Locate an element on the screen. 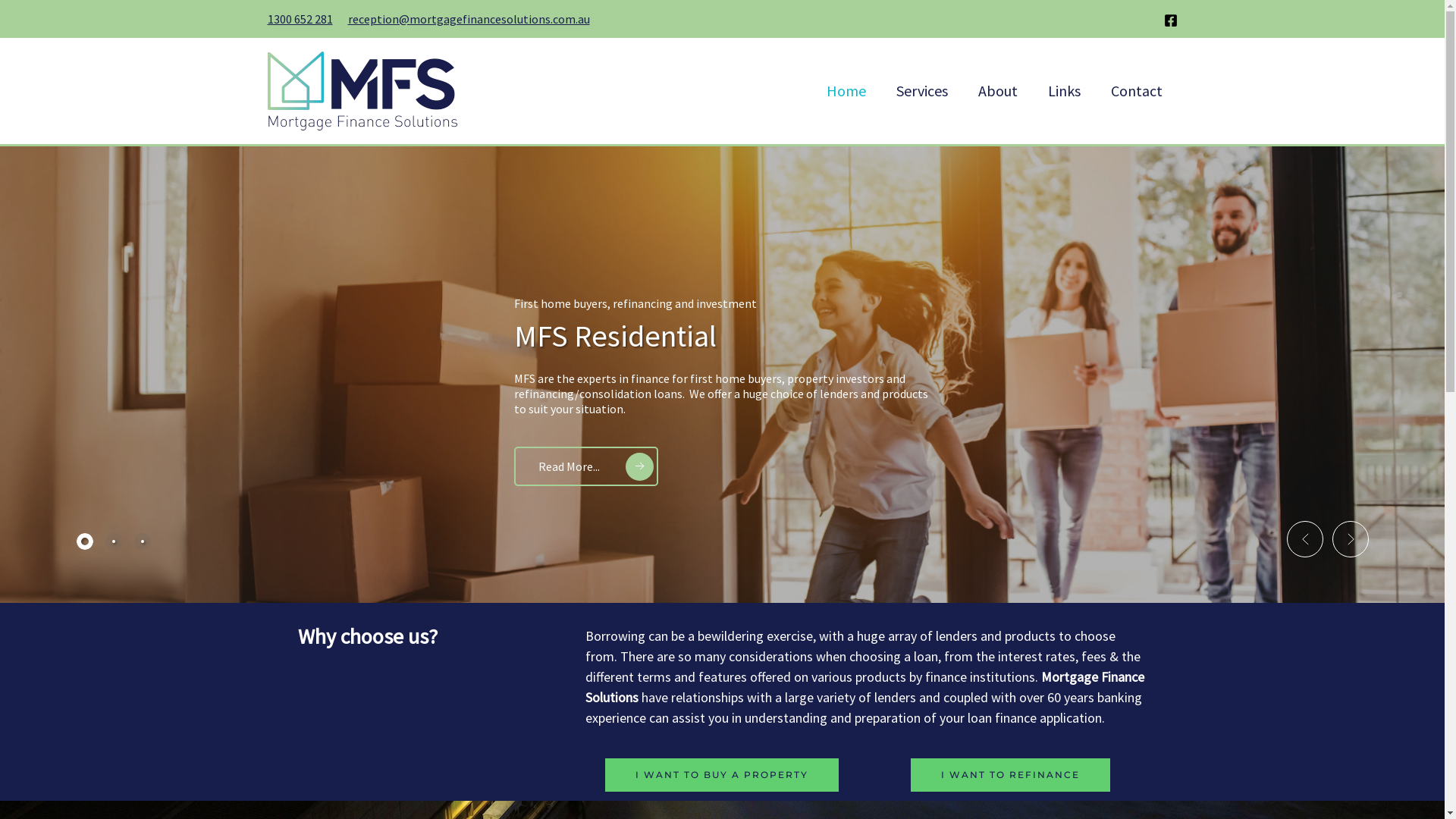 The width and height of the screenshot is (1456, 819). 'I WANT TO REFINANCE' is located at coordinates (1010, 775).